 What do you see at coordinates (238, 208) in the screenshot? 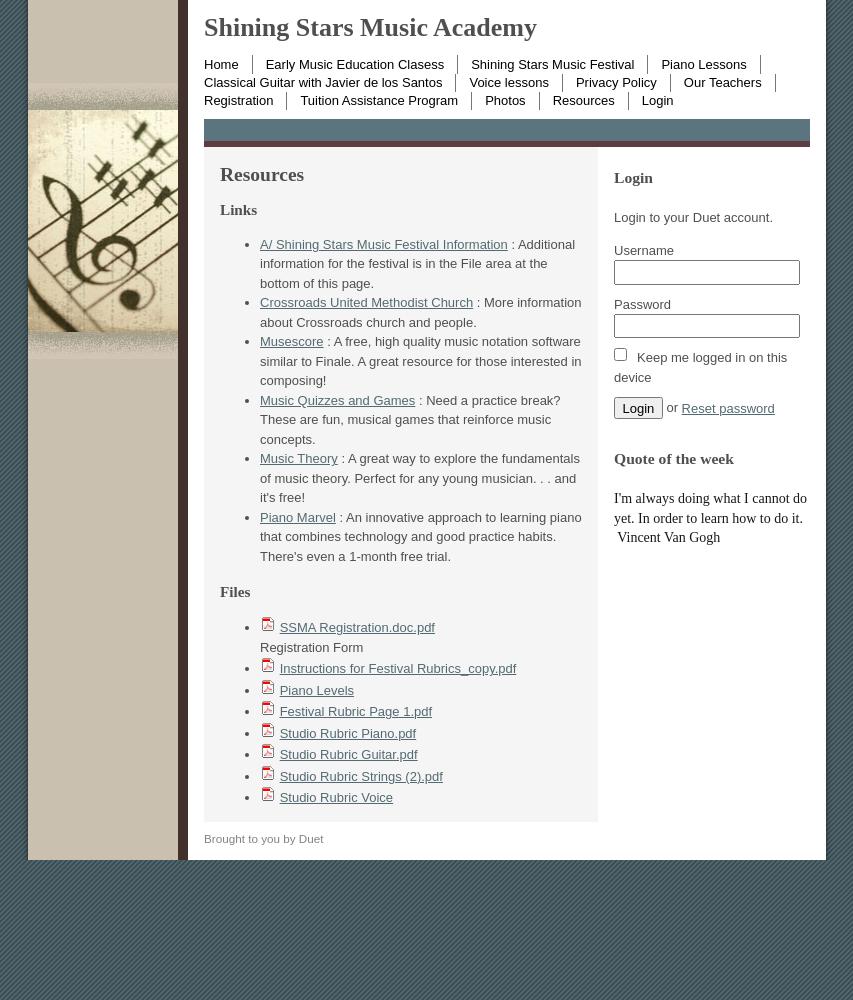
I see `'Links'` at bounding box center [238, 208].